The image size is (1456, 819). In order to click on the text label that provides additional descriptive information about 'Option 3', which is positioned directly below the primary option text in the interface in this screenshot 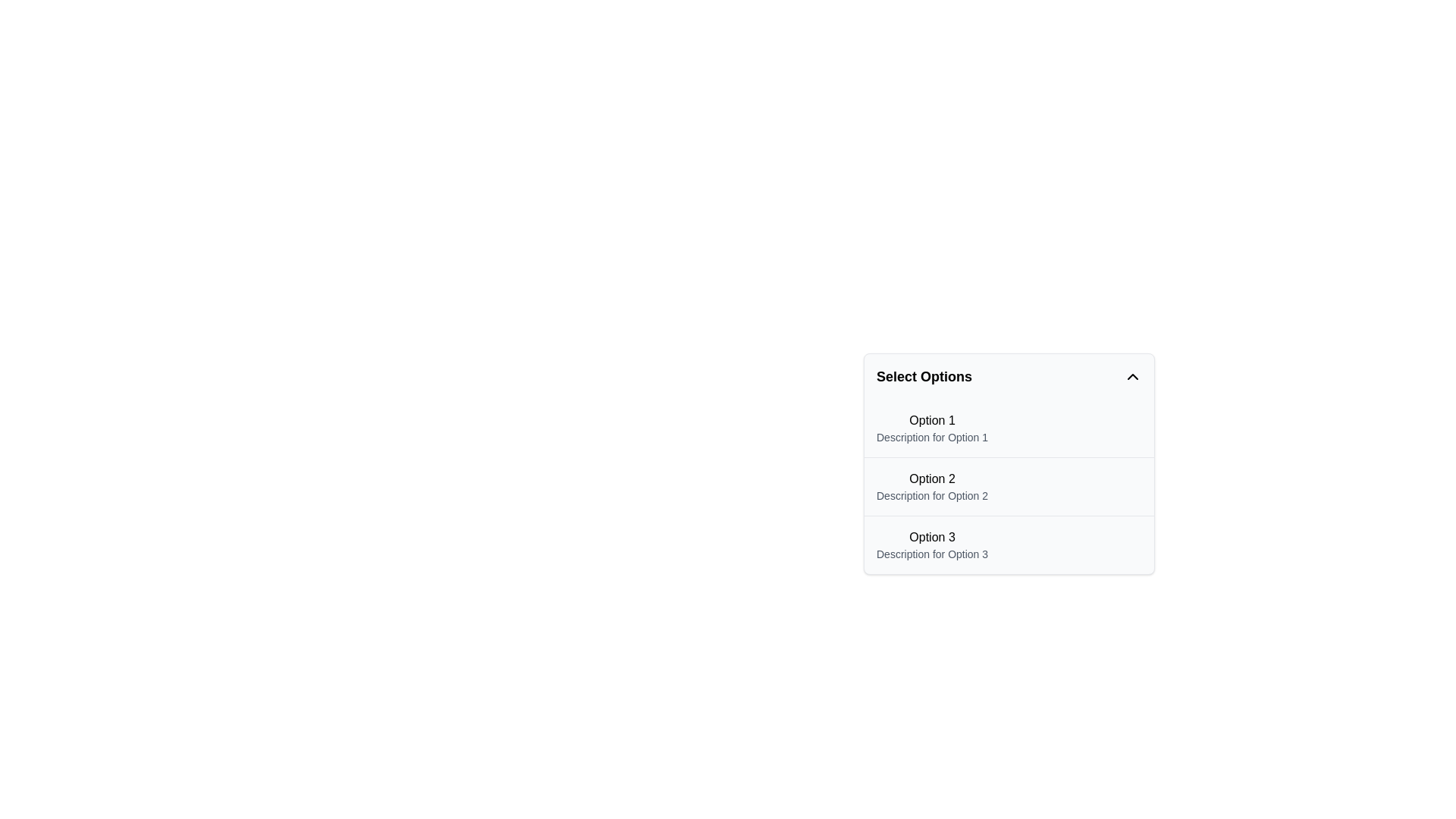, I will do `click(931, 554)`.